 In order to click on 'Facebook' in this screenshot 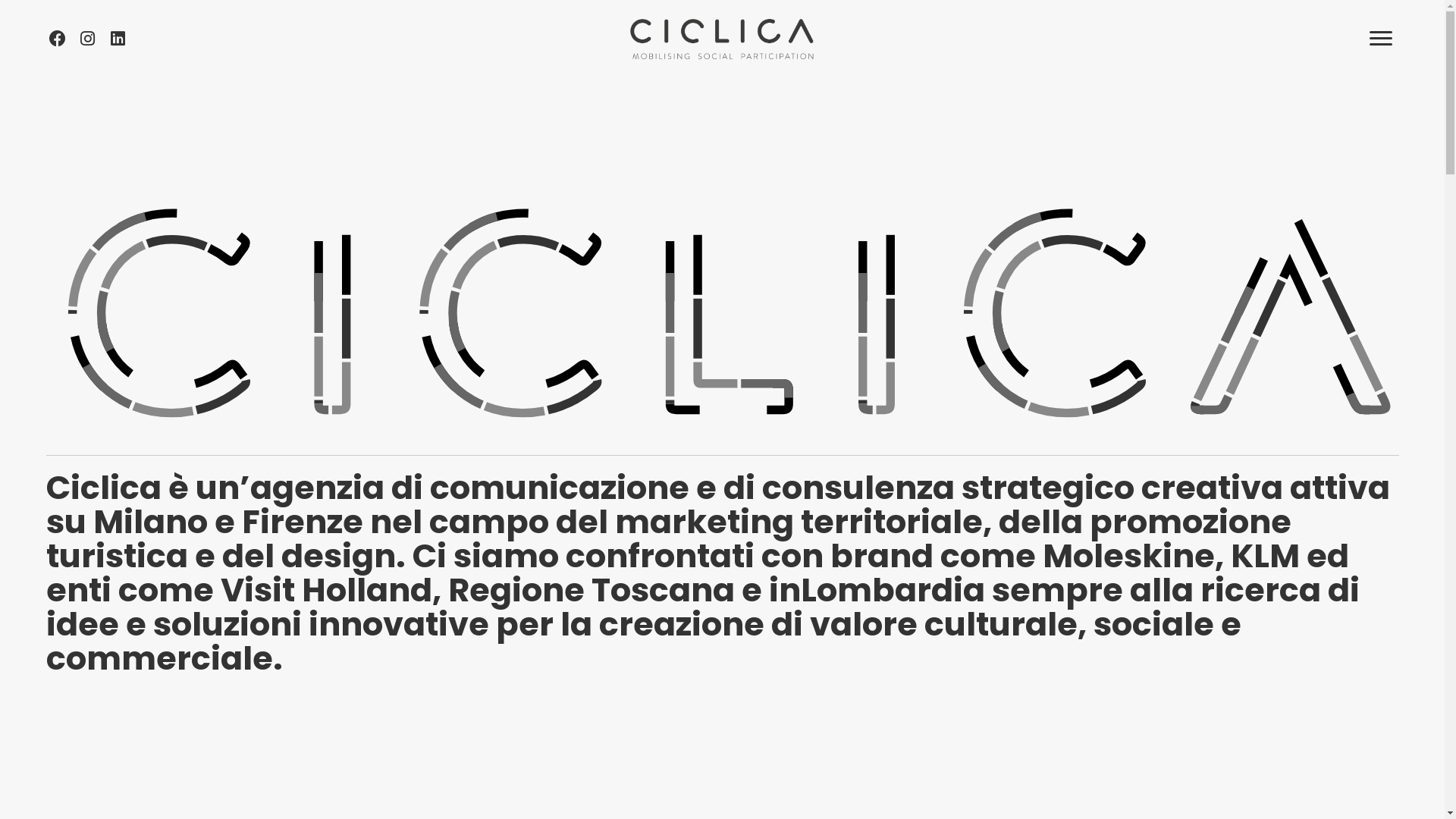, I will do `click(57, 37)`.